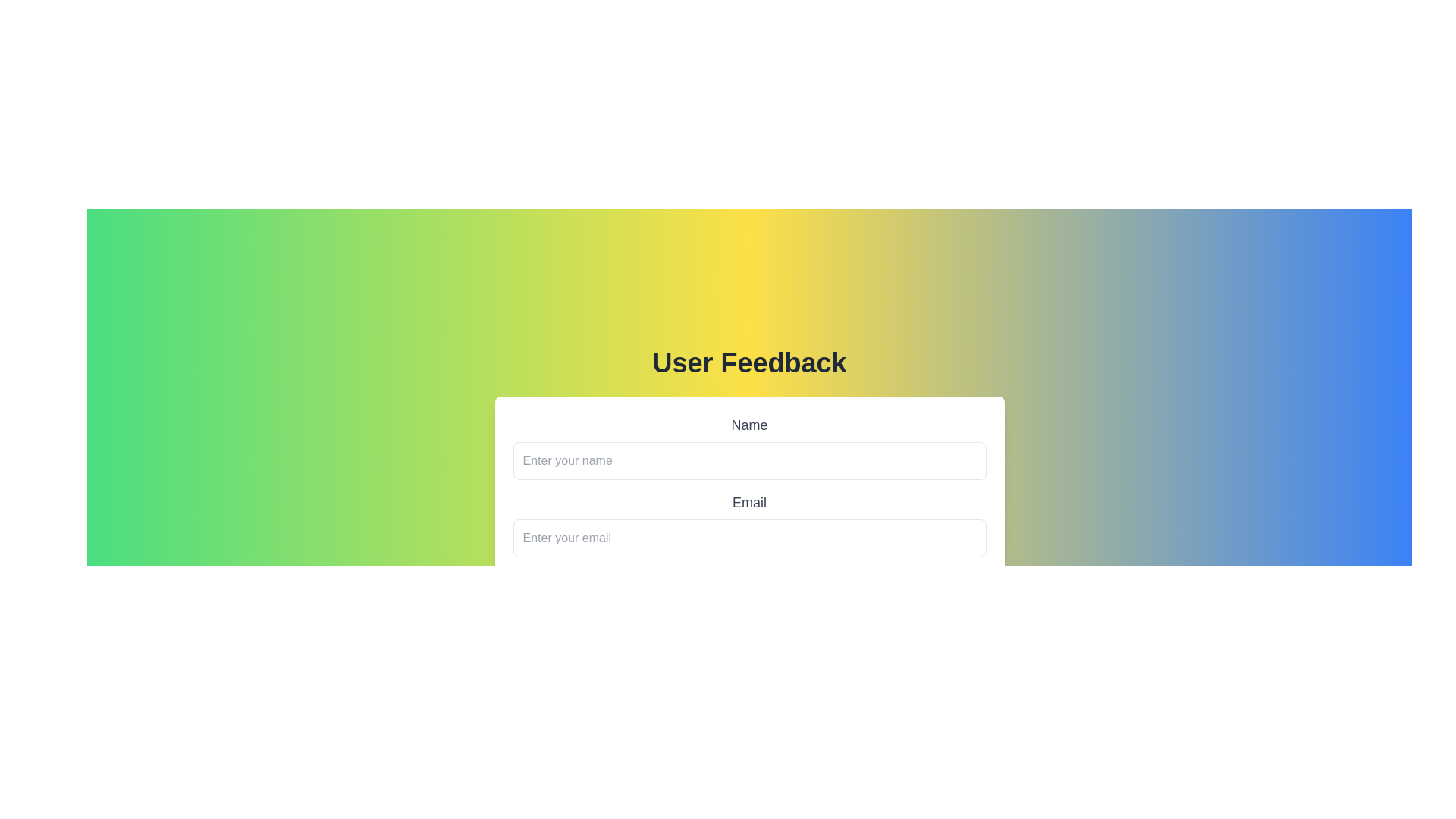 The image size is (1456, 819). What do you see at coordinates (749, 425) in the screenshot?
I see `the text label displaying 'Name' in a large font, which is positioned at the top of the form layout above the name input field` at bounding box center [749, 425].